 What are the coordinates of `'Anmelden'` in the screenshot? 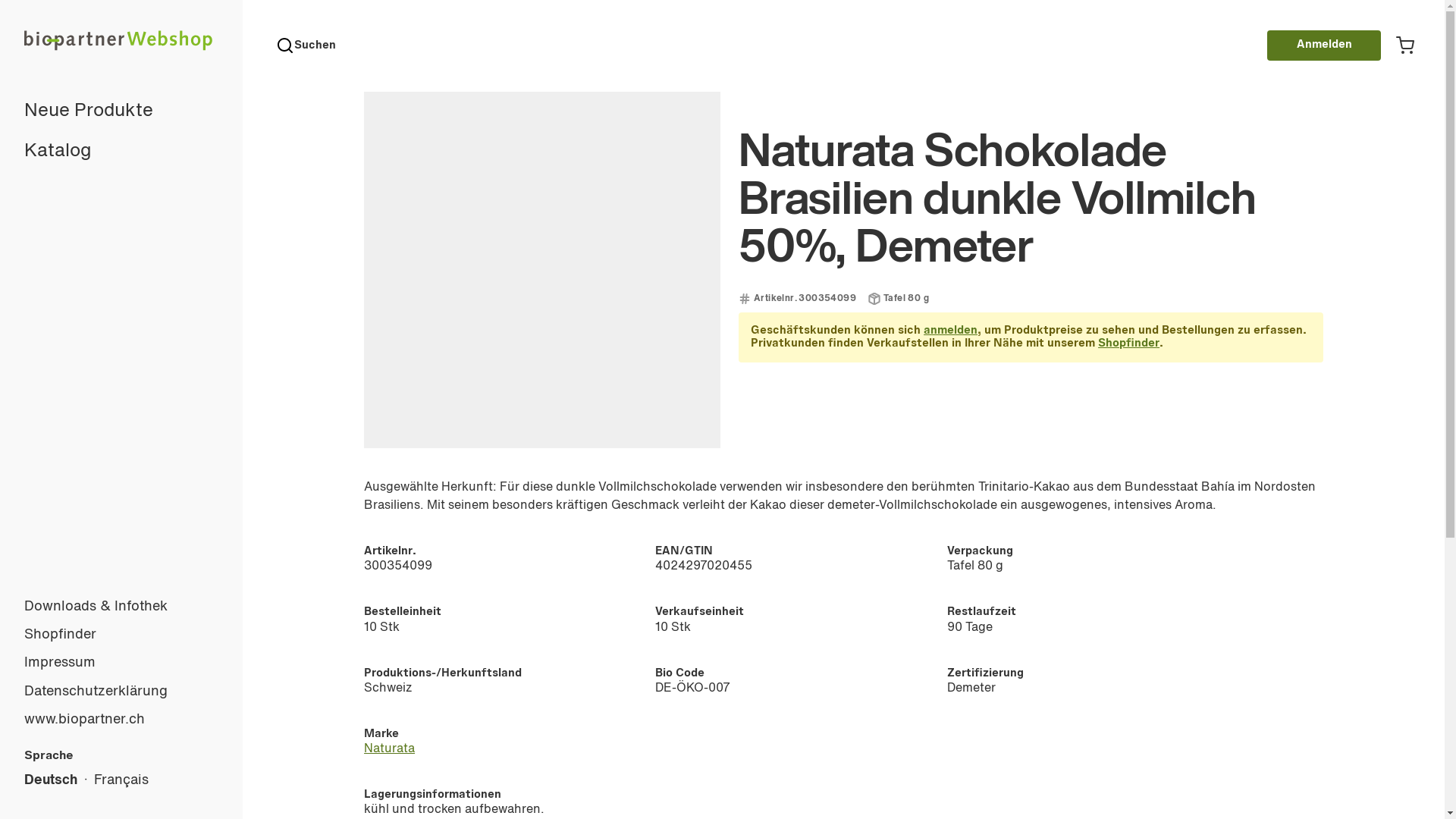 It's located at (1323, 45).